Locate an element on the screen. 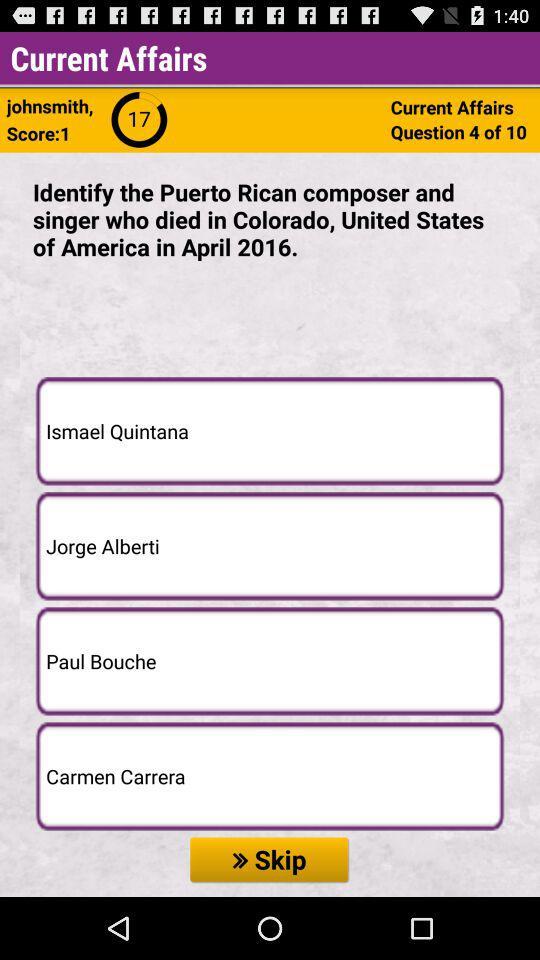 The height and width of the screenshot is (960, 540). jorge alberti is located at coordinates (270, 545).